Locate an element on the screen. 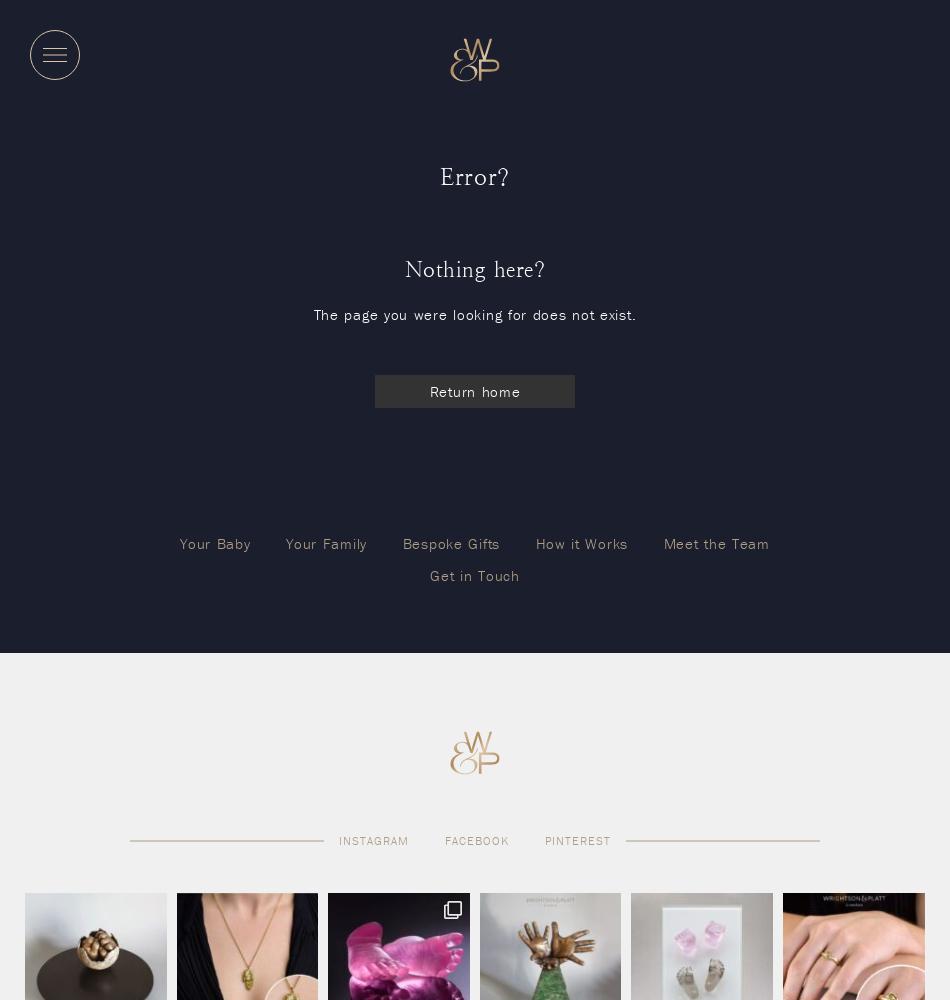  'Your Family' is located at coordinates (325, 542).